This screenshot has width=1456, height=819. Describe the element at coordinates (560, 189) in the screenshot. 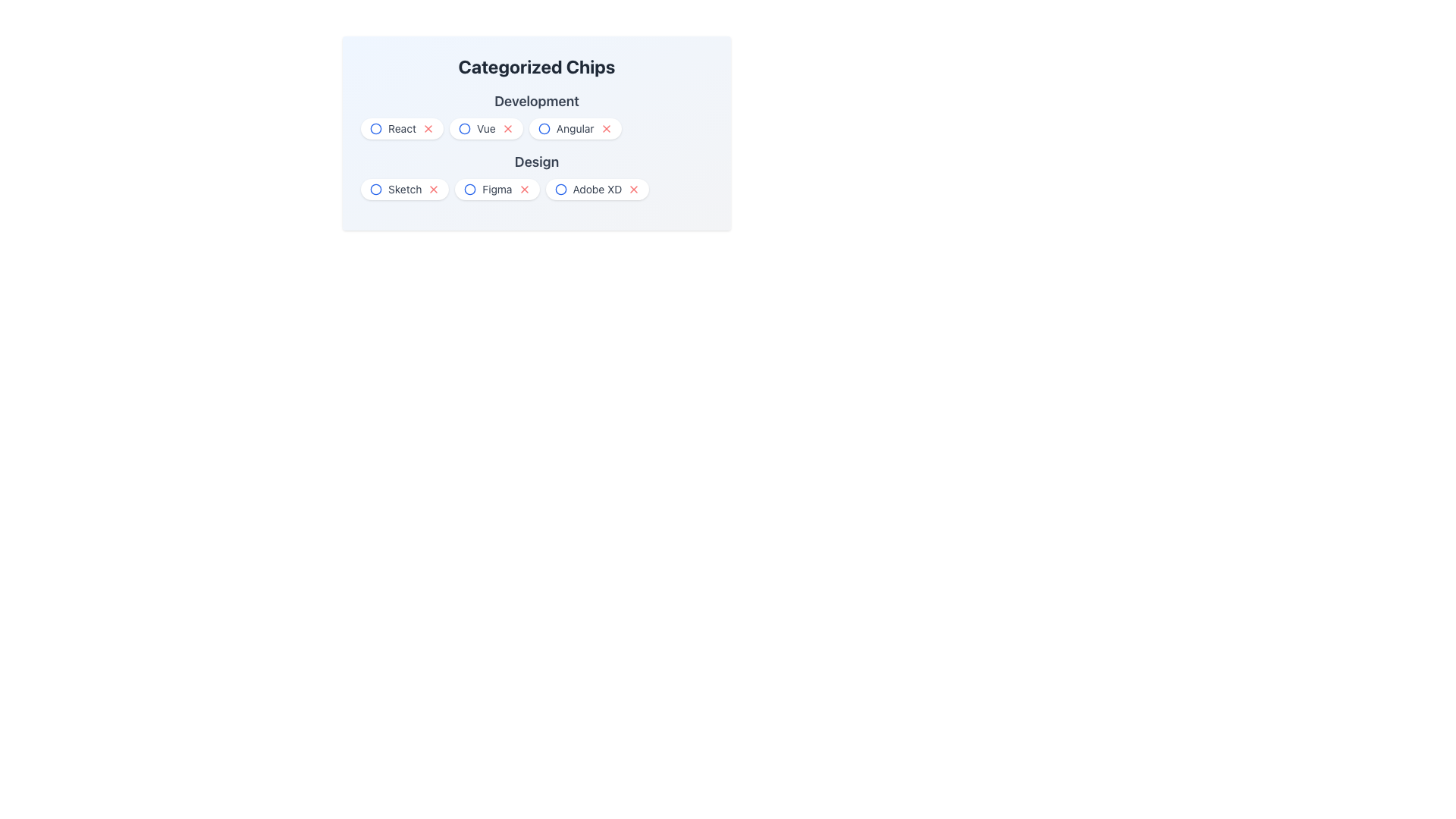

I see `the blue circular SVG icon with a thin outline located within the 'Adobe XD' chip in the 'Design' section, positioned to the left of the text label` at that location.